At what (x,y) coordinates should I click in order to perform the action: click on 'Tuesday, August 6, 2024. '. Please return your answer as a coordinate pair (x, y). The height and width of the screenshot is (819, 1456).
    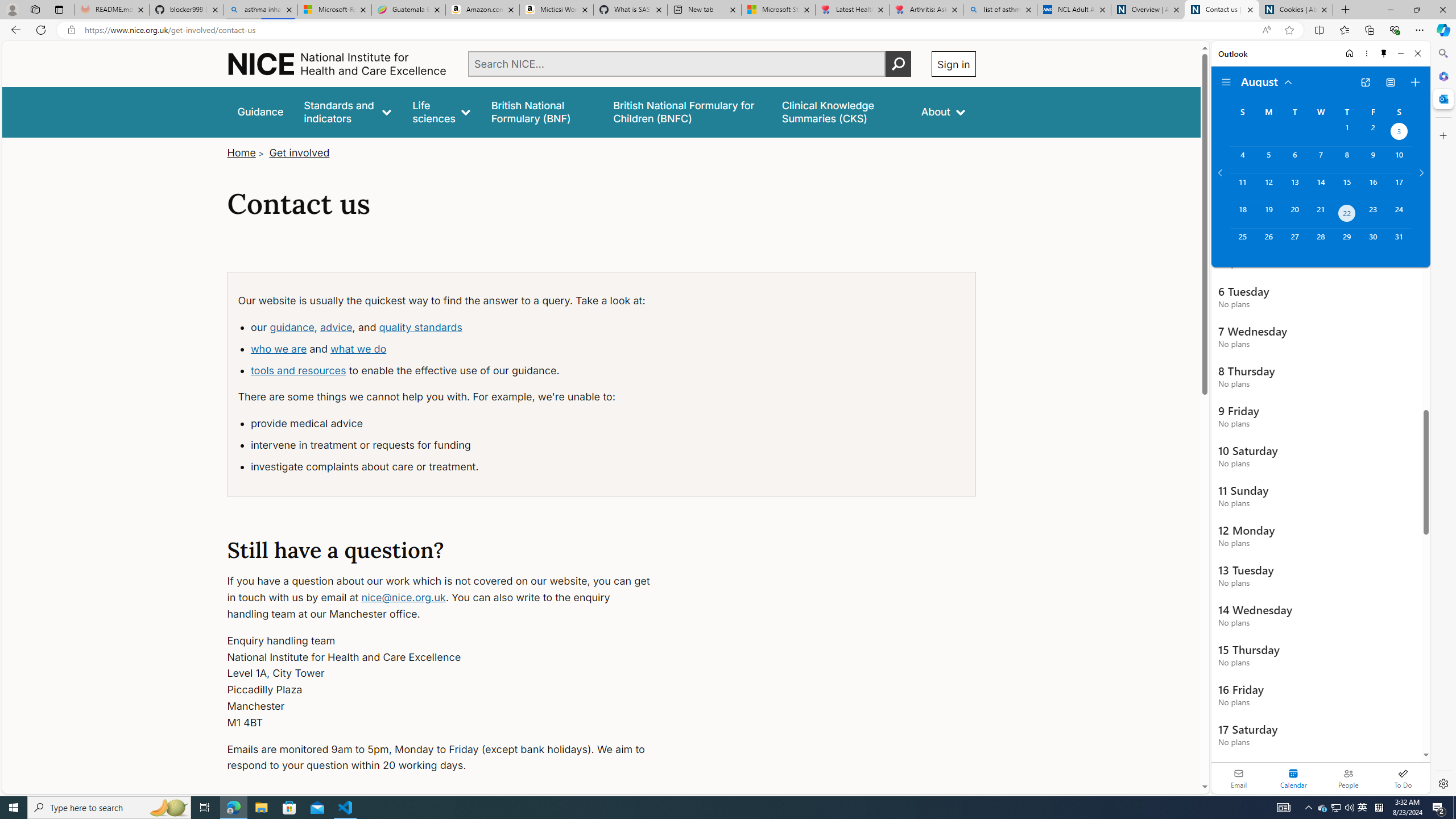
    Looking at the image, I should click on (1293, 159).